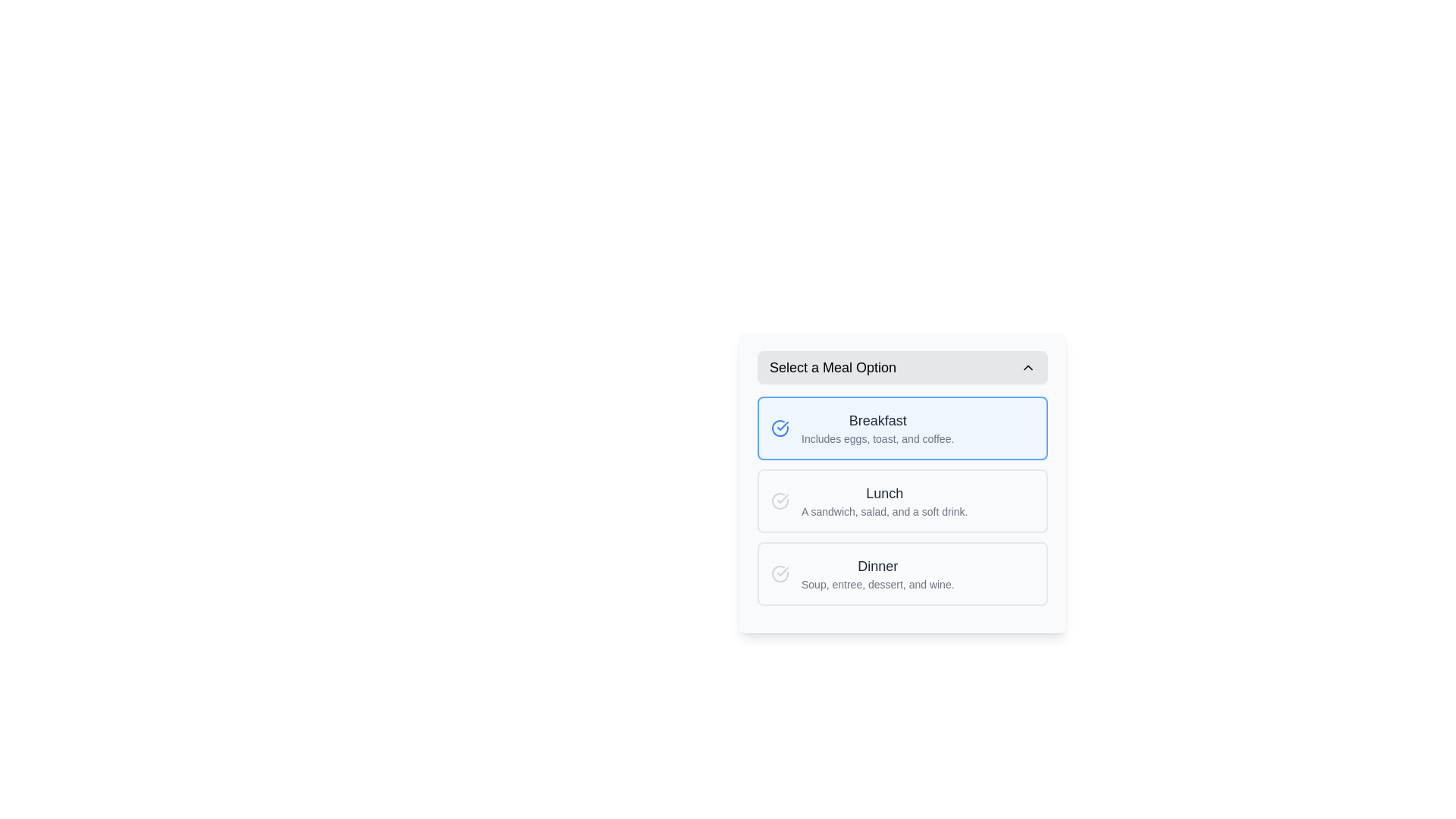 The width and height of the screenshot is (1456, 819). Describe the element at coordinates (902, 500) in the screenshot. I see `the 'Lunch' selectable menu option, which is the middle choice in a vertical list of meal options` at that location.